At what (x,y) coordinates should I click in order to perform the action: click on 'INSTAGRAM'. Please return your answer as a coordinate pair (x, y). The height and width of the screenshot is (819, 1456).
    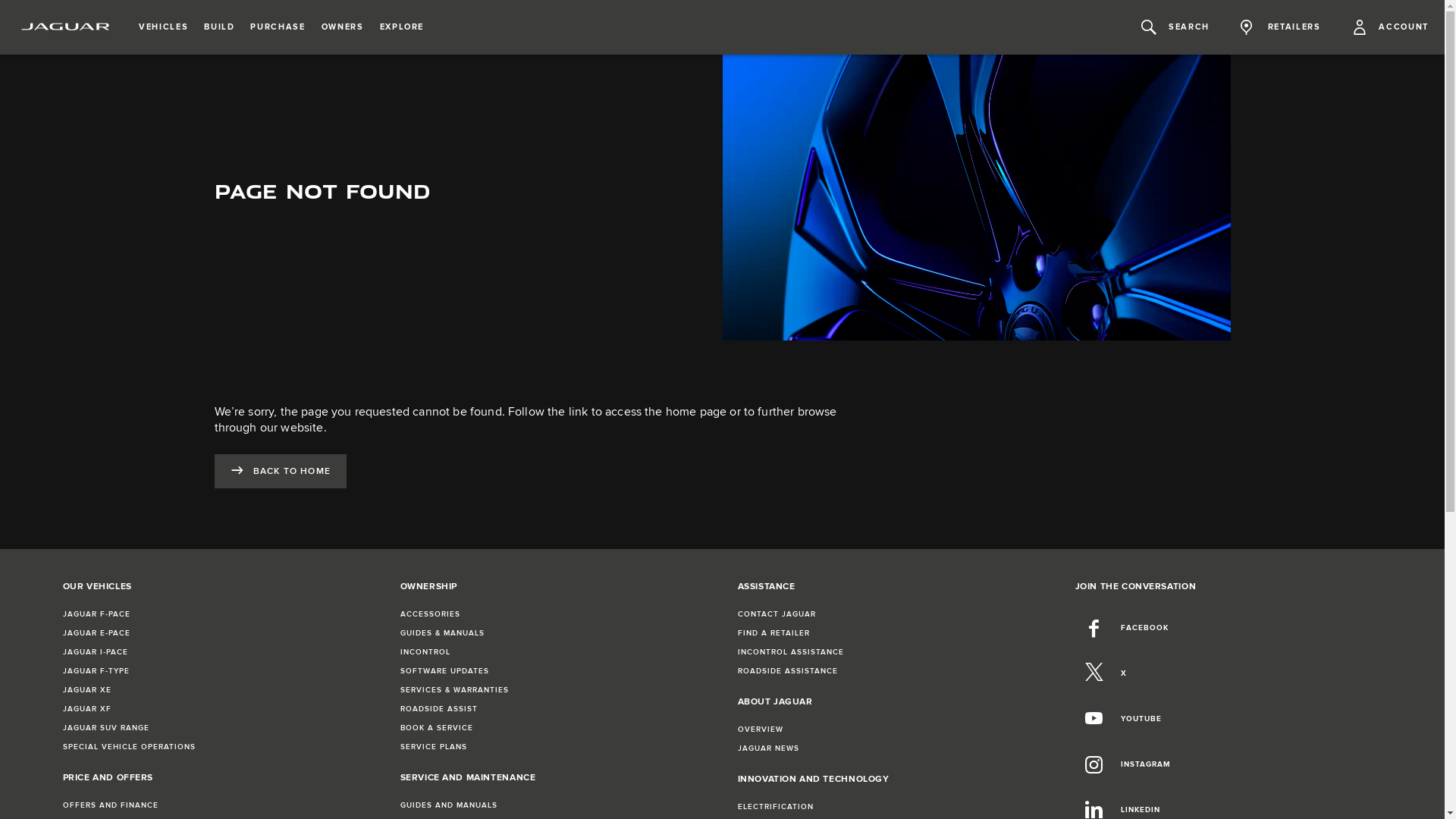
    Looking at the image, I should click on (1123, 764).